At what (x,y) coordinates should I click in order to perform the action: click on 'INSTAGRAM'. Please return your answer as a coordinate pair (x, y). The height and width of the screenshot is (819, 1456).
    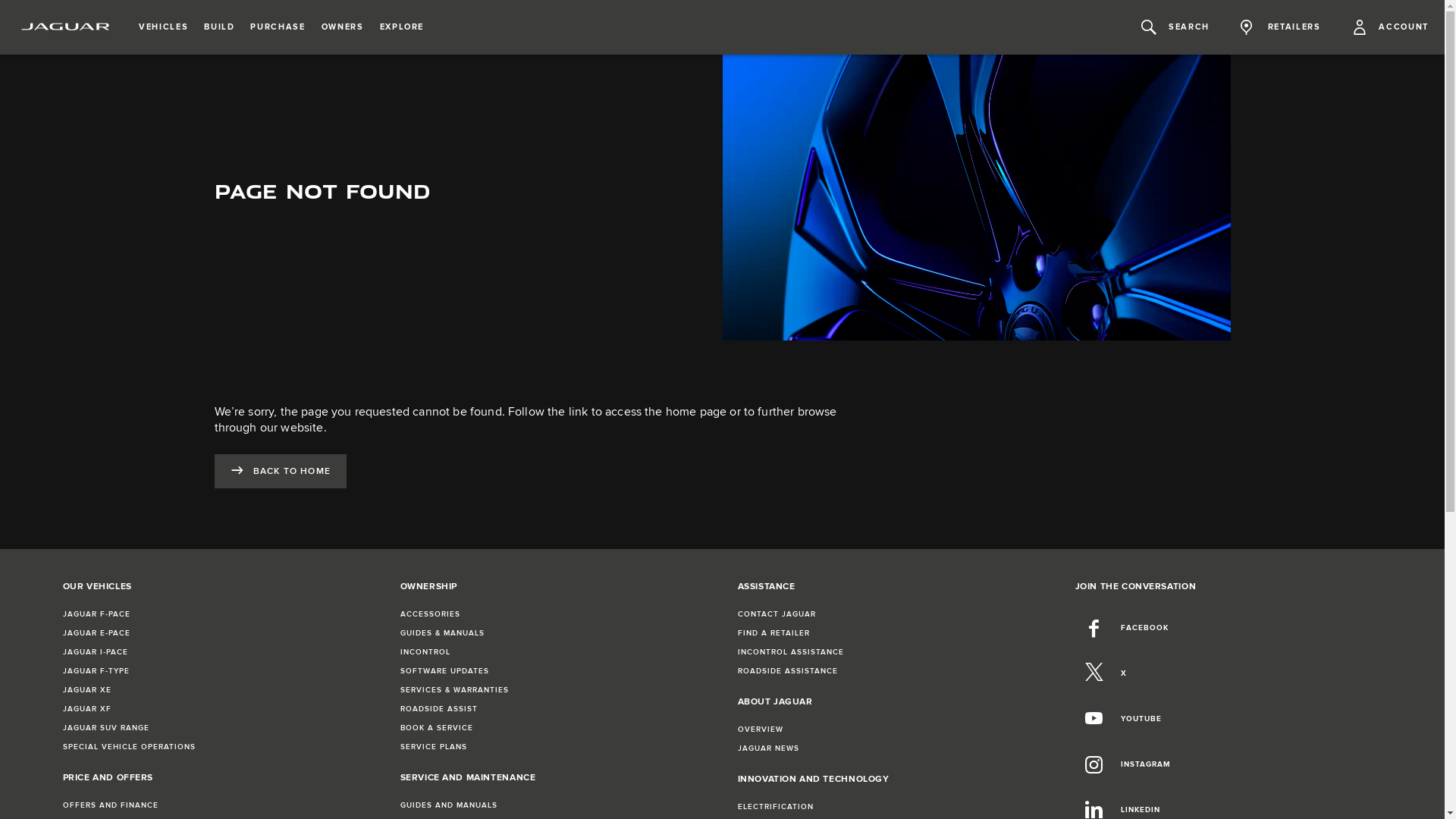
    Looking at the image, I should click on (1123, 764).